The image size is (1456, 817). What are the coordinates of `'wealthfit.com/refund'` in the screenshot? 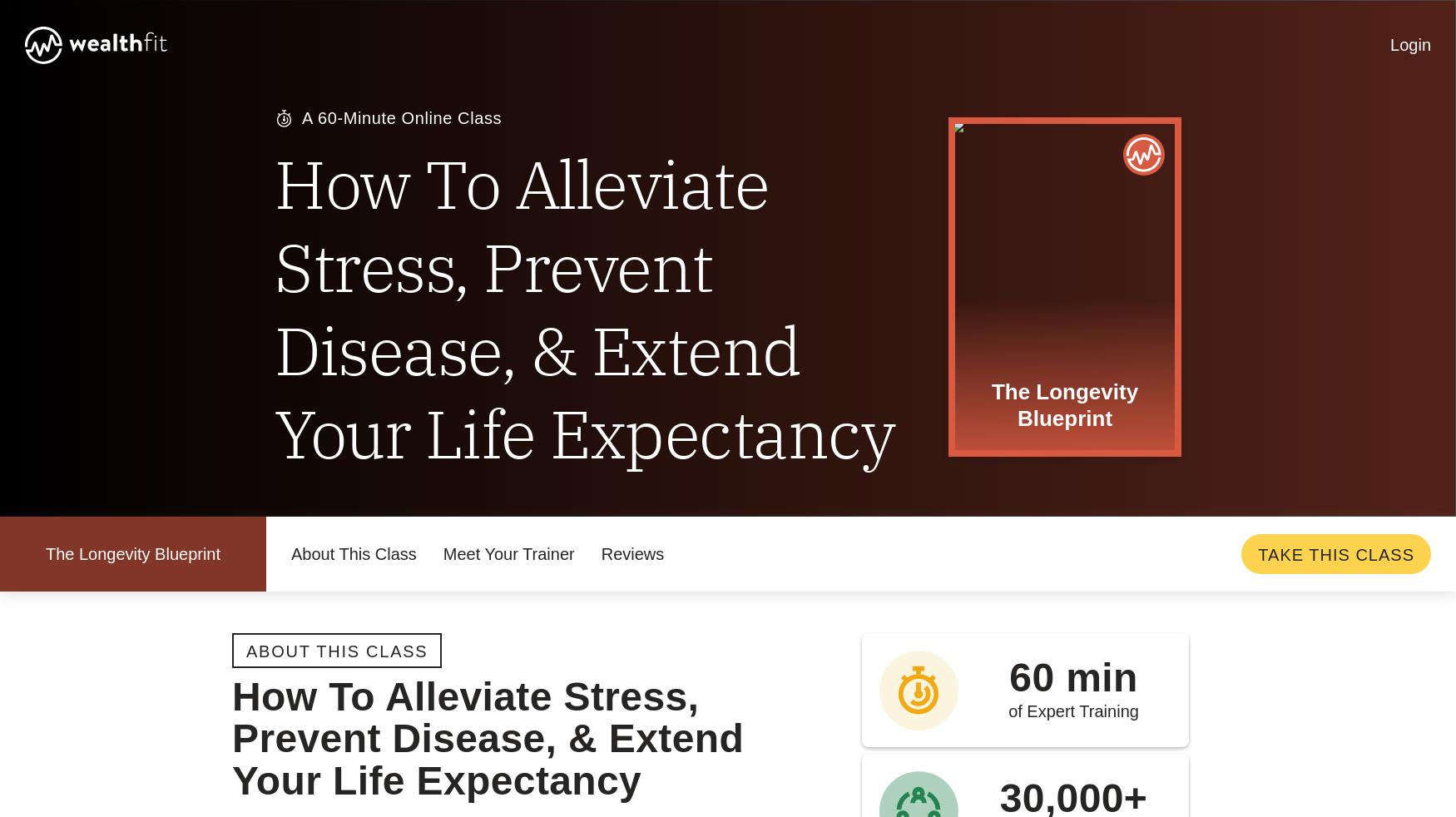 It's located at (463, 501).